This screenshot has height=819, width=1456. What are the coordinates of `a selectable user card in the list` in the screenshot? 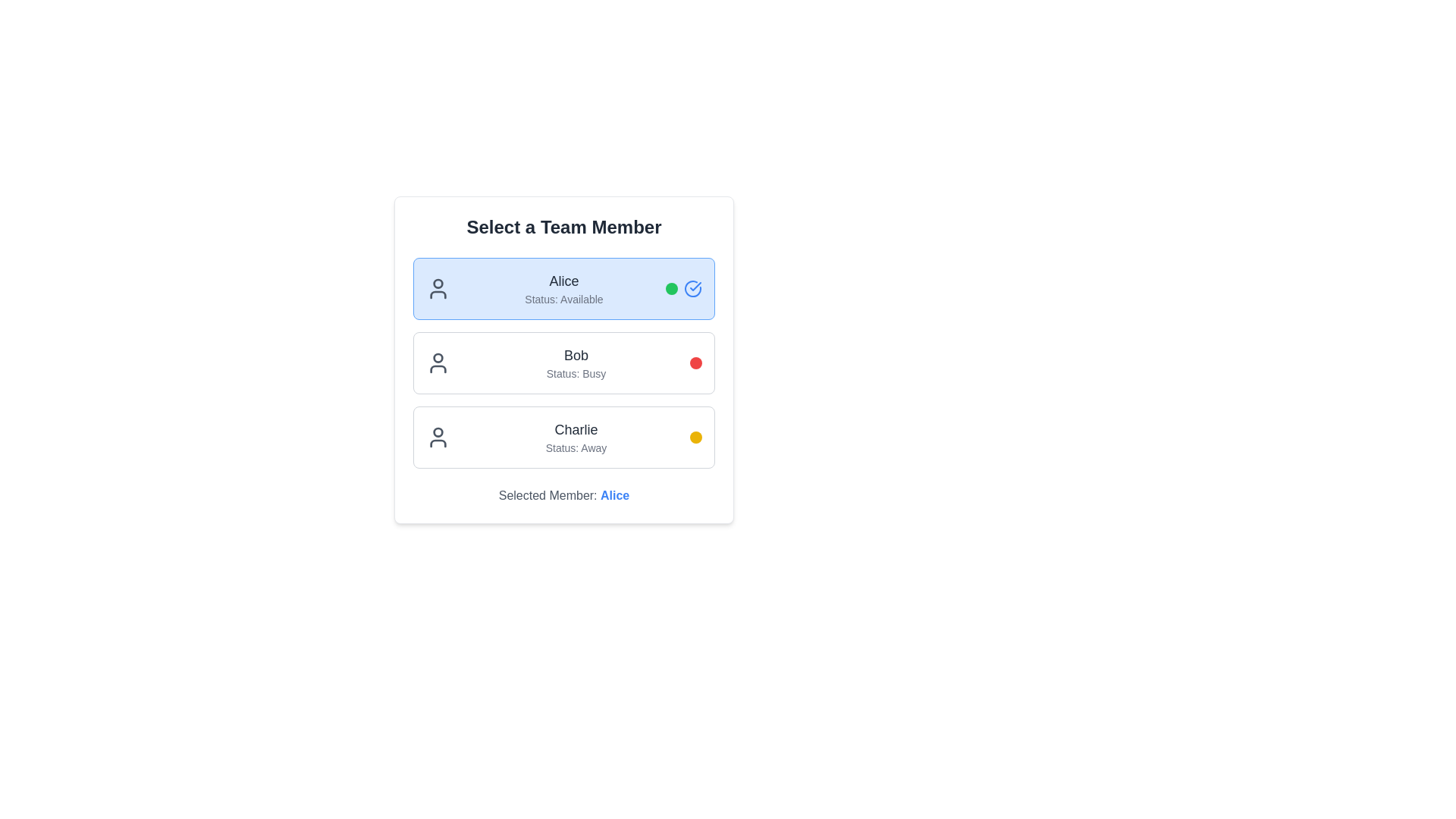 It's located at (563, 362).